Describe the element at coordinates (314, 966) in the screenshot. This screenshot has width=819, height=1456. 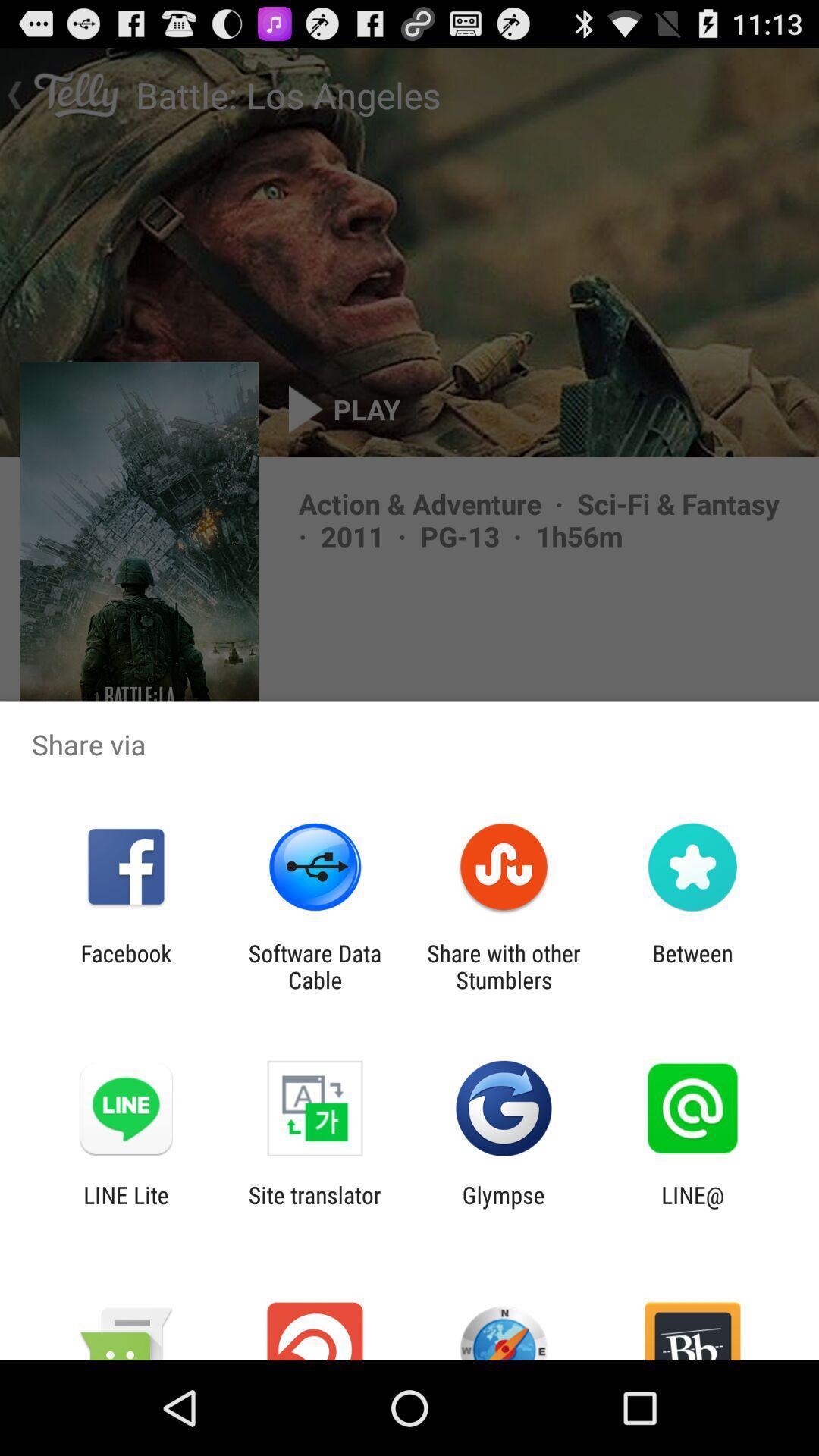
I see `software data cable` at that location.